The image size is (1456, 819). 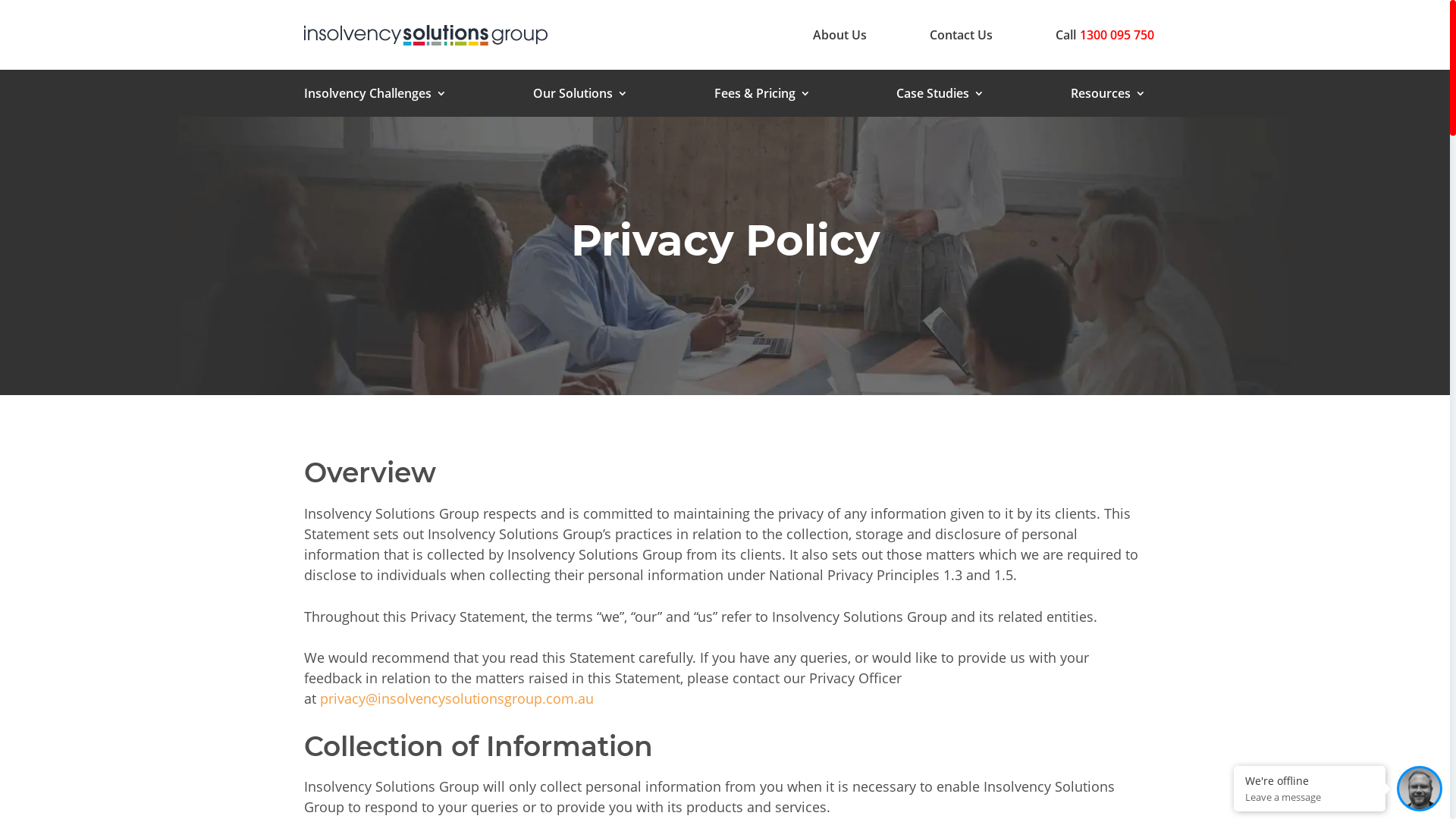 I want to click on 'Resources', so click(x=1108, y=96).